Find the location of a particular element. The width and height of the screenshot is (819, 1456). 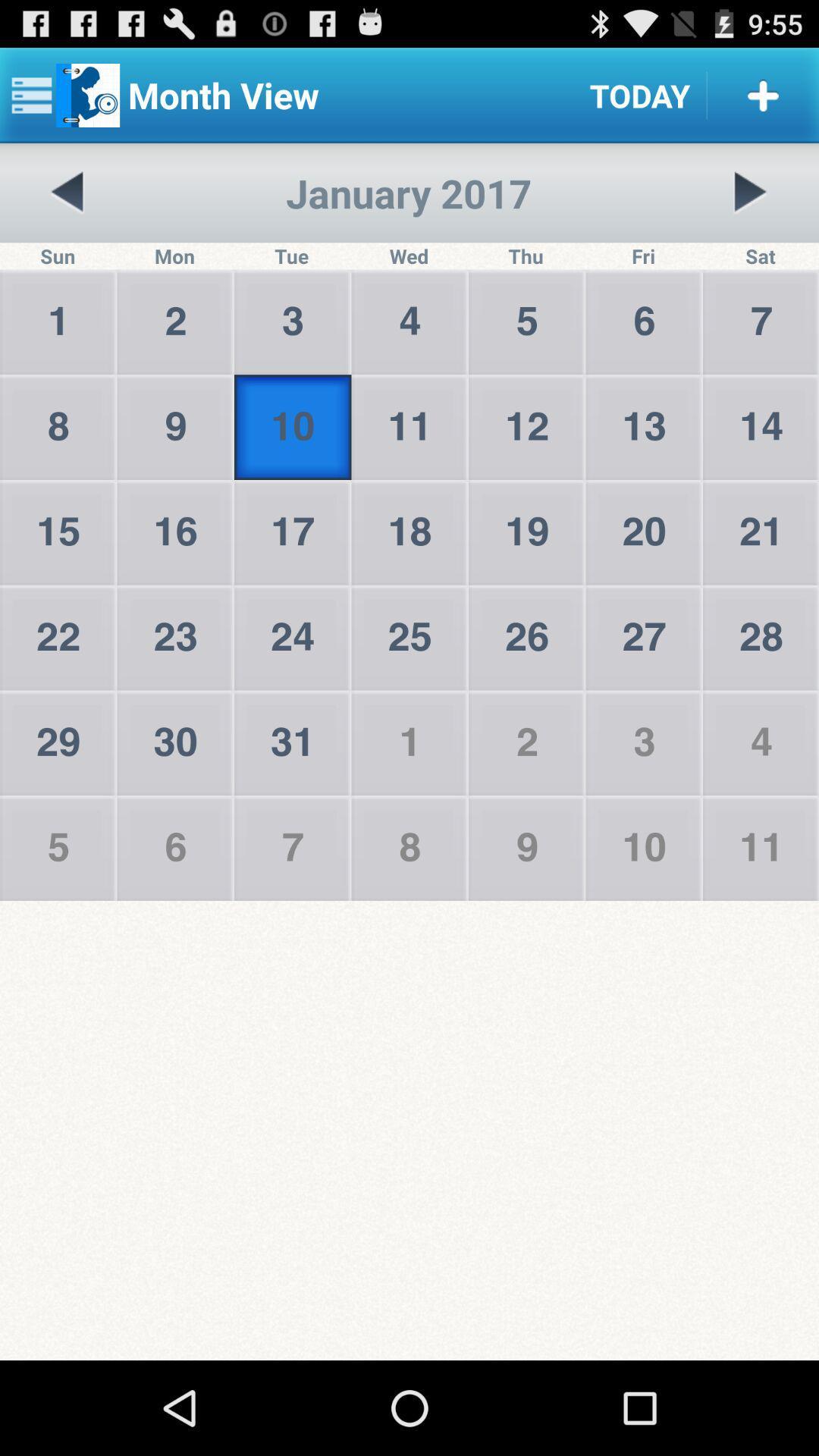

icon to the right of the month view icon is located at coordinates (640, 94).